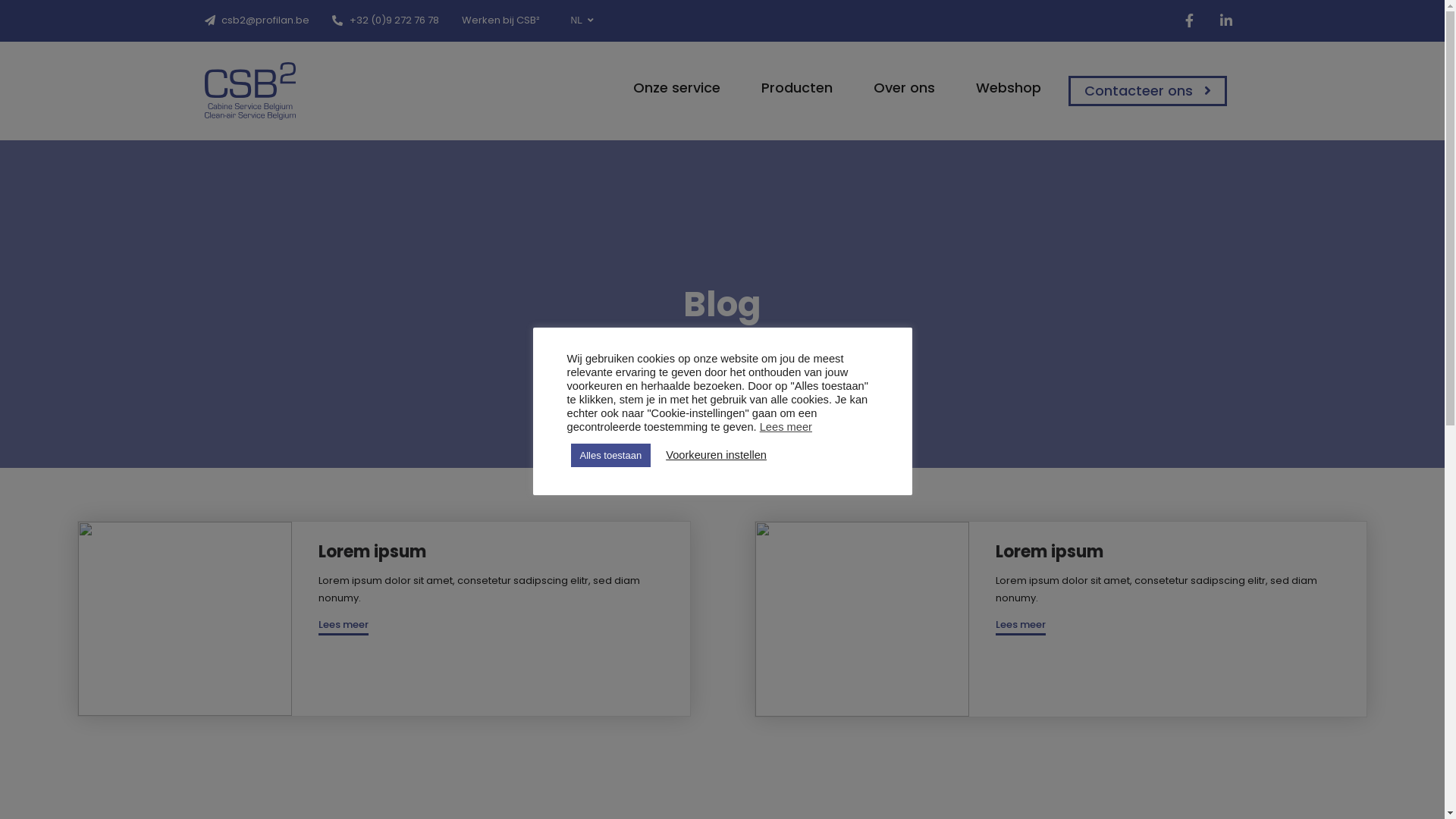 This screenshot has width=1456, height=819. Describe the element at coordinates (715, 454) in the screenshot. I see `'Voorkeuren instellen'` at that location.